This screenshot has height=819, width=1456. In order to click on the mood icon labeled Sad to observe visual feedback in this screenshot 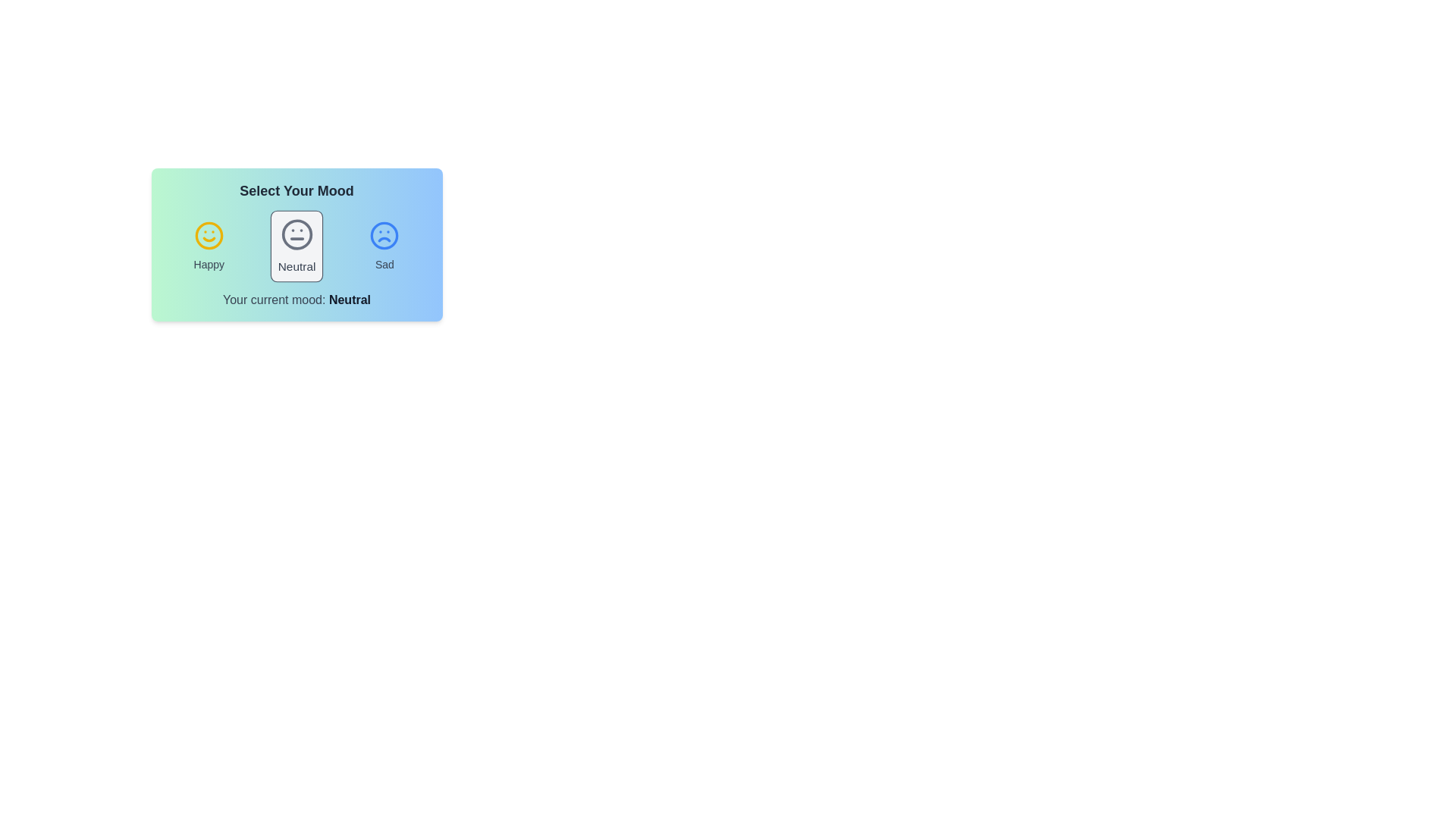, I will do `click(384, 245)`.